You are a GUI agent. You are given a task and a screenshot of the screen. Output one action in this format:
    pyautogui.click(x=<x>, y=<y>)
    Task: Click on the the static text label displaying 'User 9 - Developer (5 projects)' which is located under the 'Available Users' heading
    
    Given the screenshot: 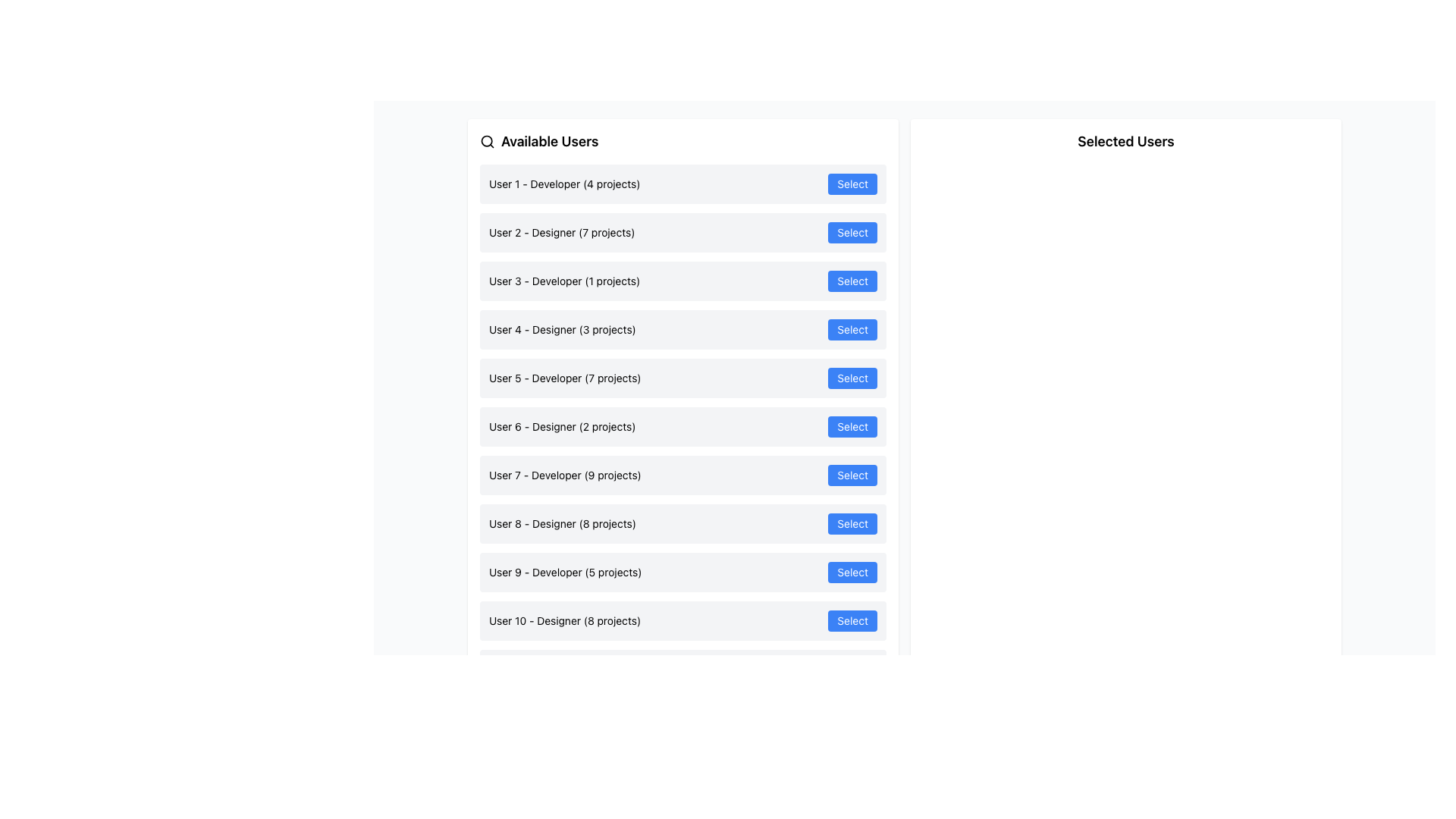 What is the action you would take?
    pyautogui.click(x=564, y=573)
    